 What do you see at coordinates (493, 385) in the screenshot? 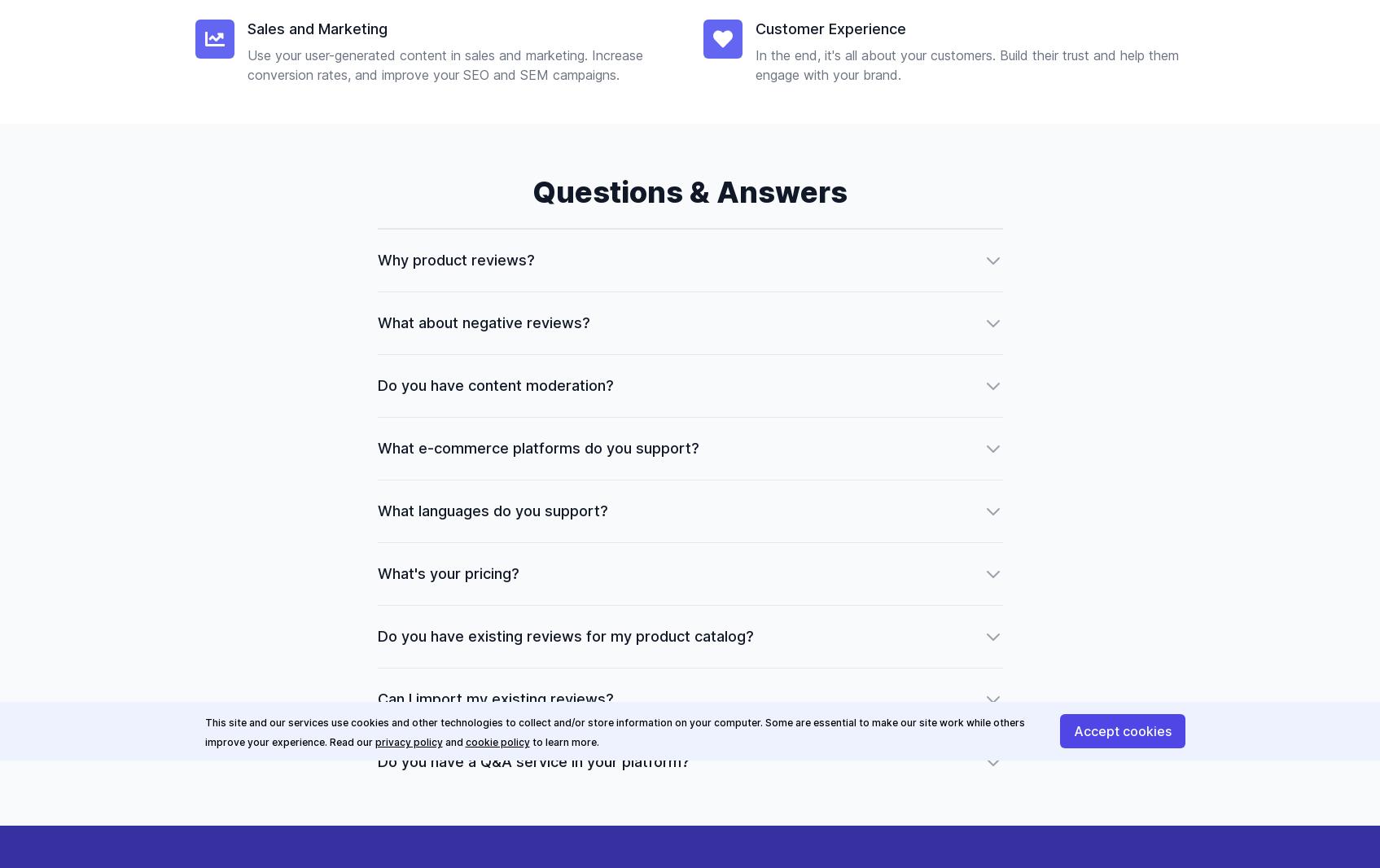
I see `'Do you have content moderation?'` at bounding box center [493, 385].